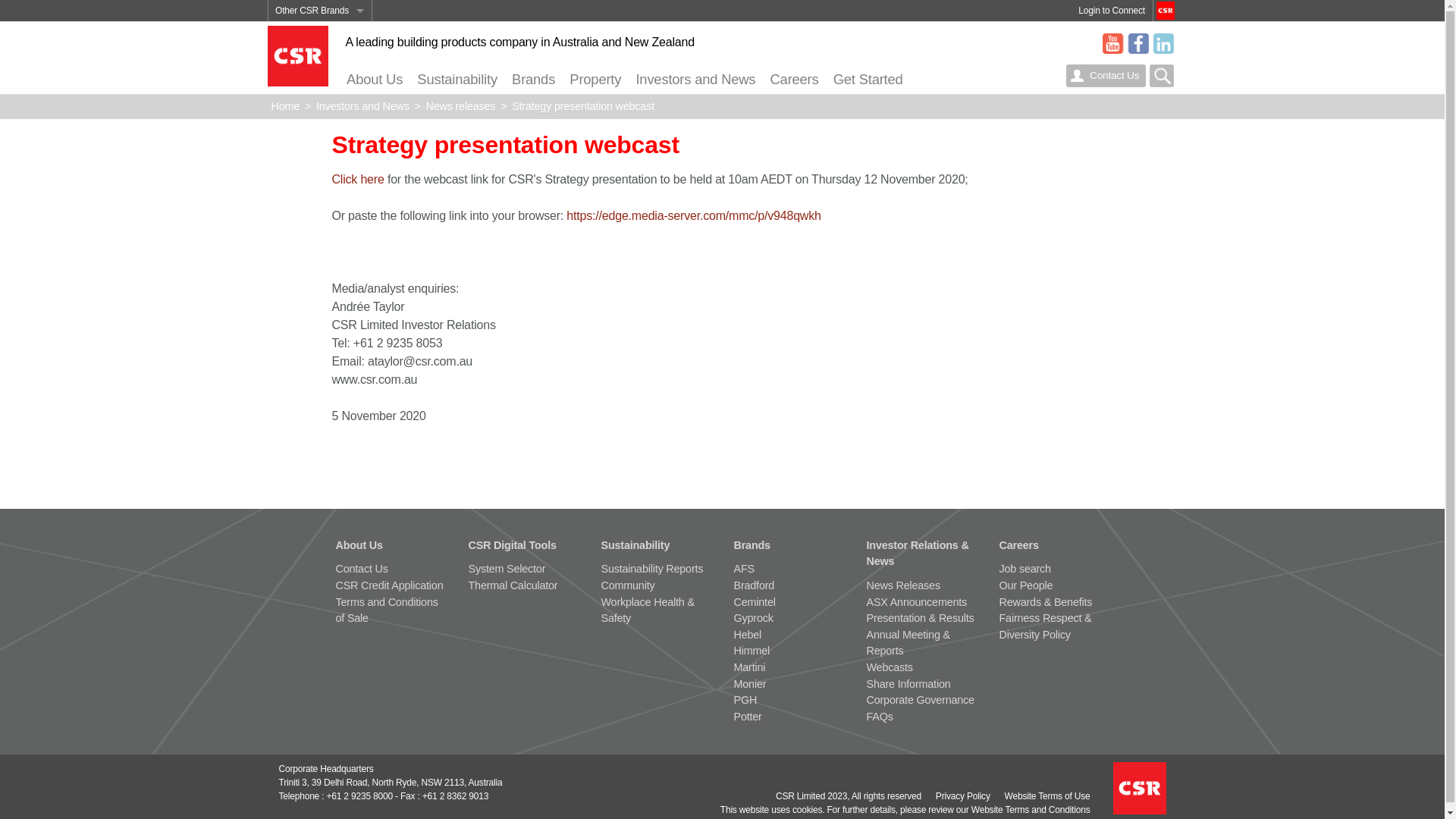 The image size is (1456, 819). Describe the element at coordinates (1031, 808) in the screenshot. I see `'Website Terms and Conditions'` at that location.